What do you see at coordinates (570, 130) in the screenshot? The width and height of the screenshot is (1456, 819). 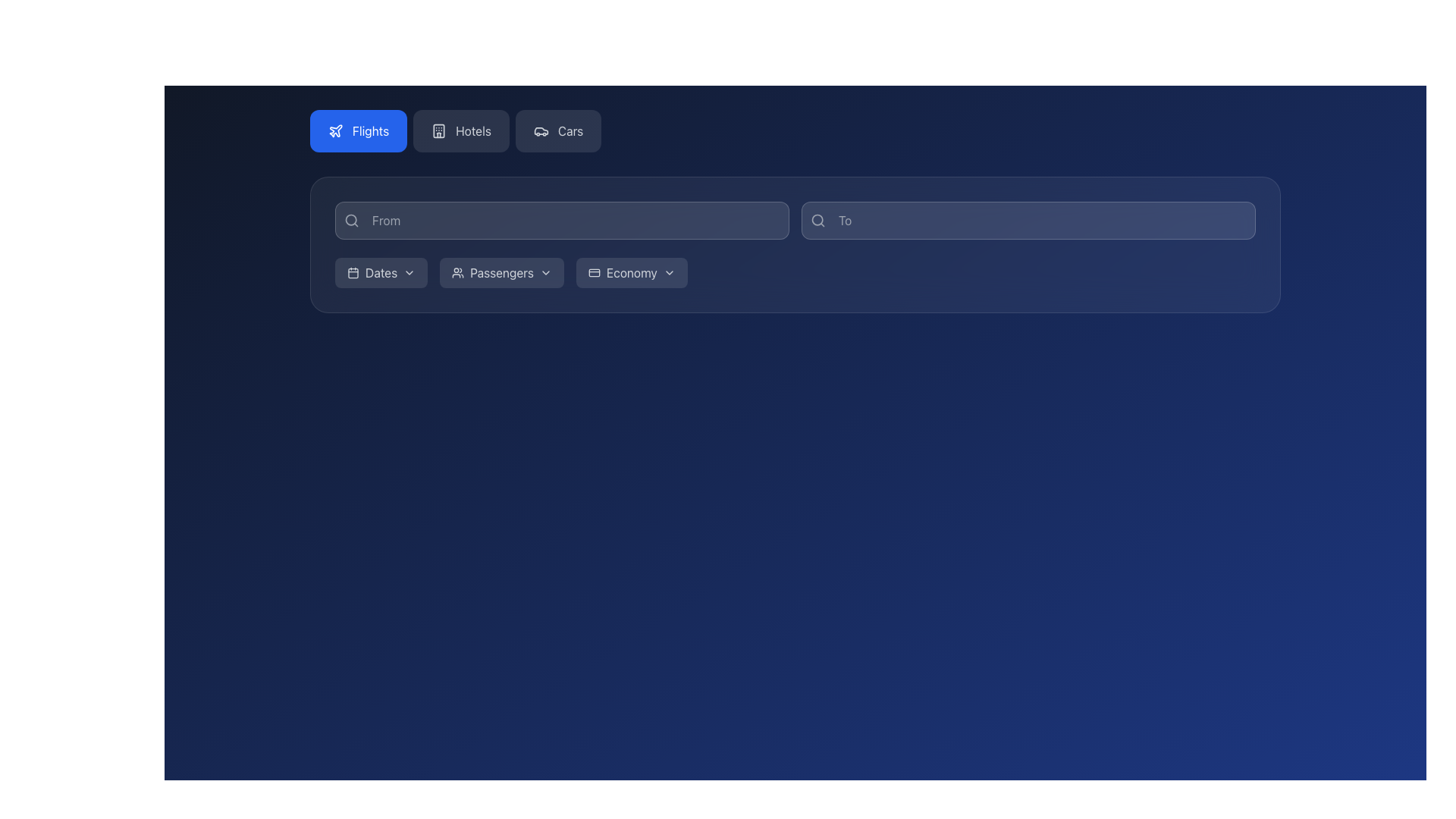 I see `to select the 'Cars' option in the menu, which is a text label positioned to the right of a car icon` at bounding box center [570, 130].